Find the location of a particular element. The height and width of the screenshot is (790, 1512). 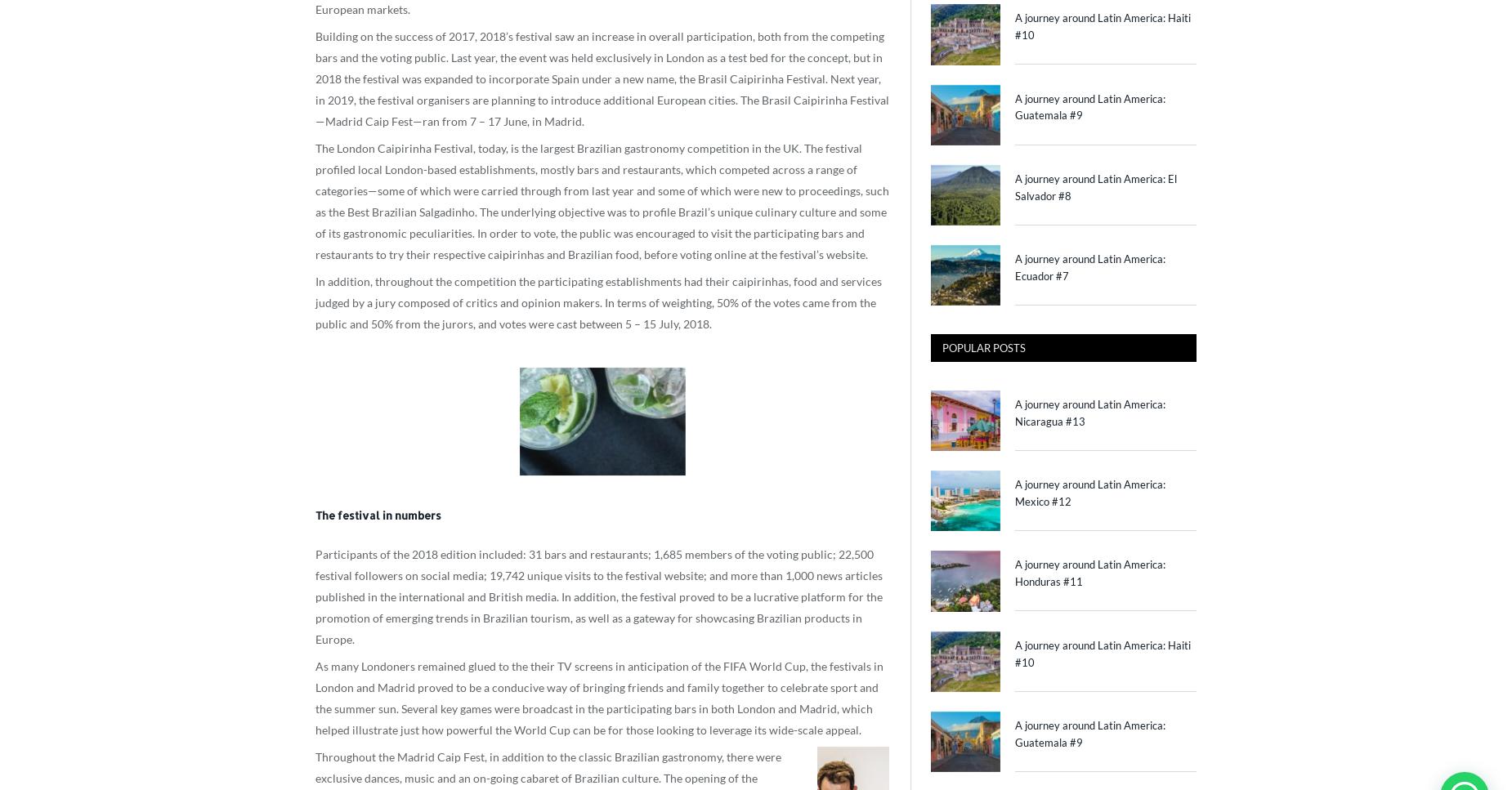

'In addition, throughout the competition the participating establishments had their caipirinhas, food and services judged by a jury composed of critics and opinion makers. In terms of weighting, 50% of the votes came from the public and 50% from the jurors, and votes were cast between 5 – 15 July, 2018.' is located at coordinates (598, 301).